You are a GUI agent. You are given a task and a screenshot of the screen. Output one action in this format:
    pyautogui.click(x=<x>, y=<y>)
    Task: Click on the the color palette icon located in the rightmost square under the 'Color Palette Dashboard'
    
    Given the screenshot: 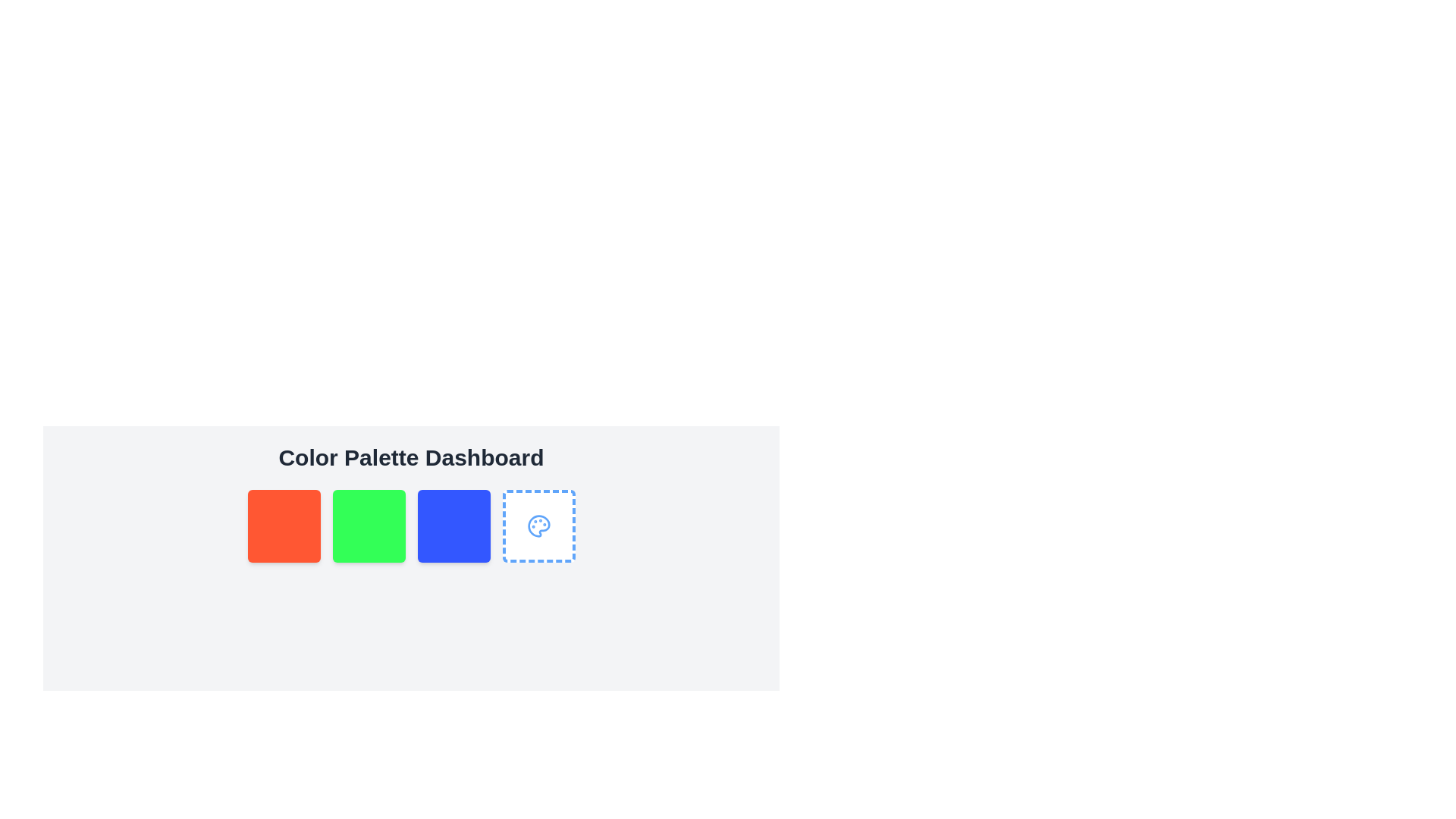 What is the action you would take?
    pyautogui.click(x=538, y=526)
    